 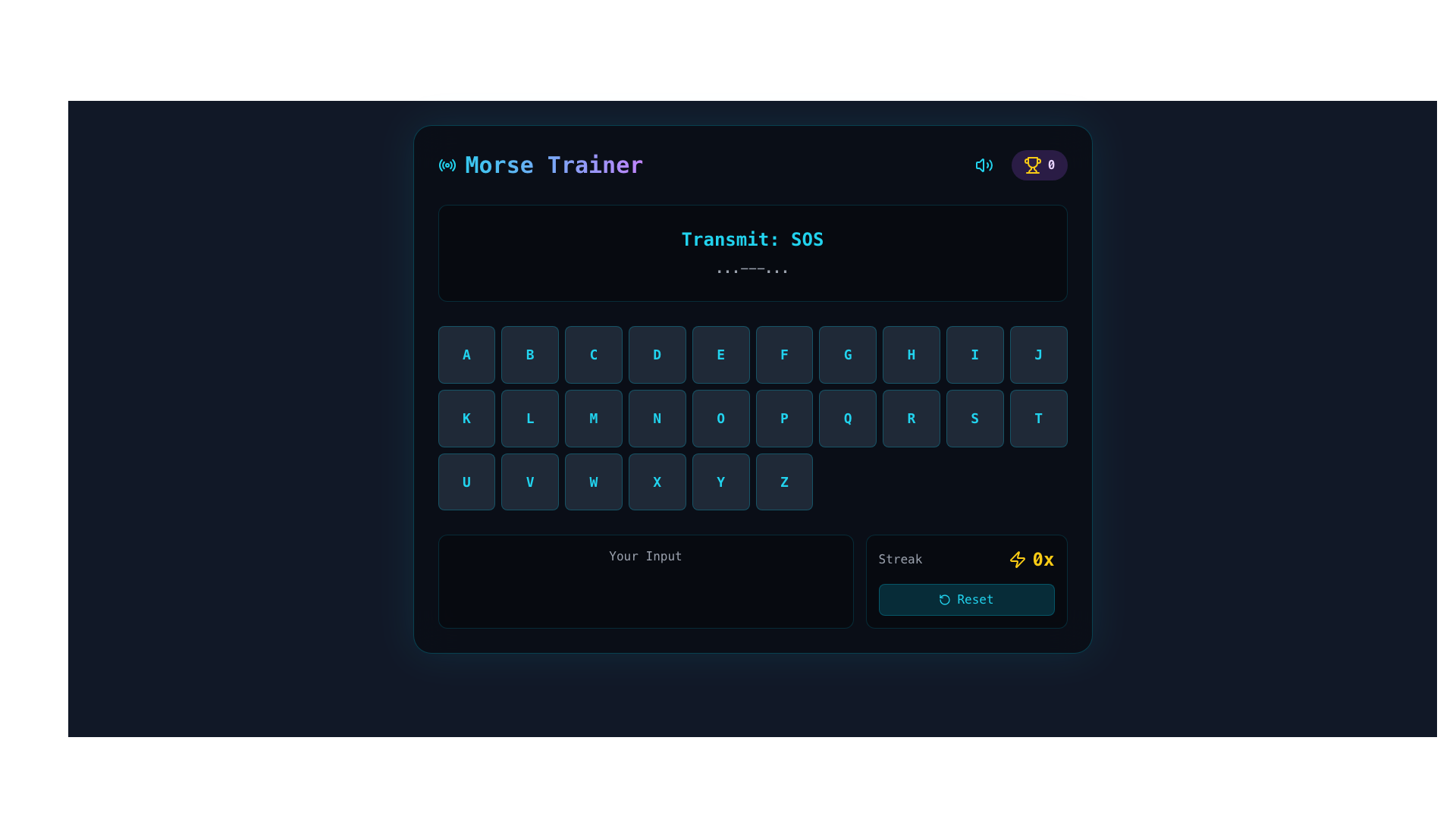 I want to click on the square button with rounded corners displaying the letter 'T' in a cyan-colored bold font, so click(x=1037, y=418).